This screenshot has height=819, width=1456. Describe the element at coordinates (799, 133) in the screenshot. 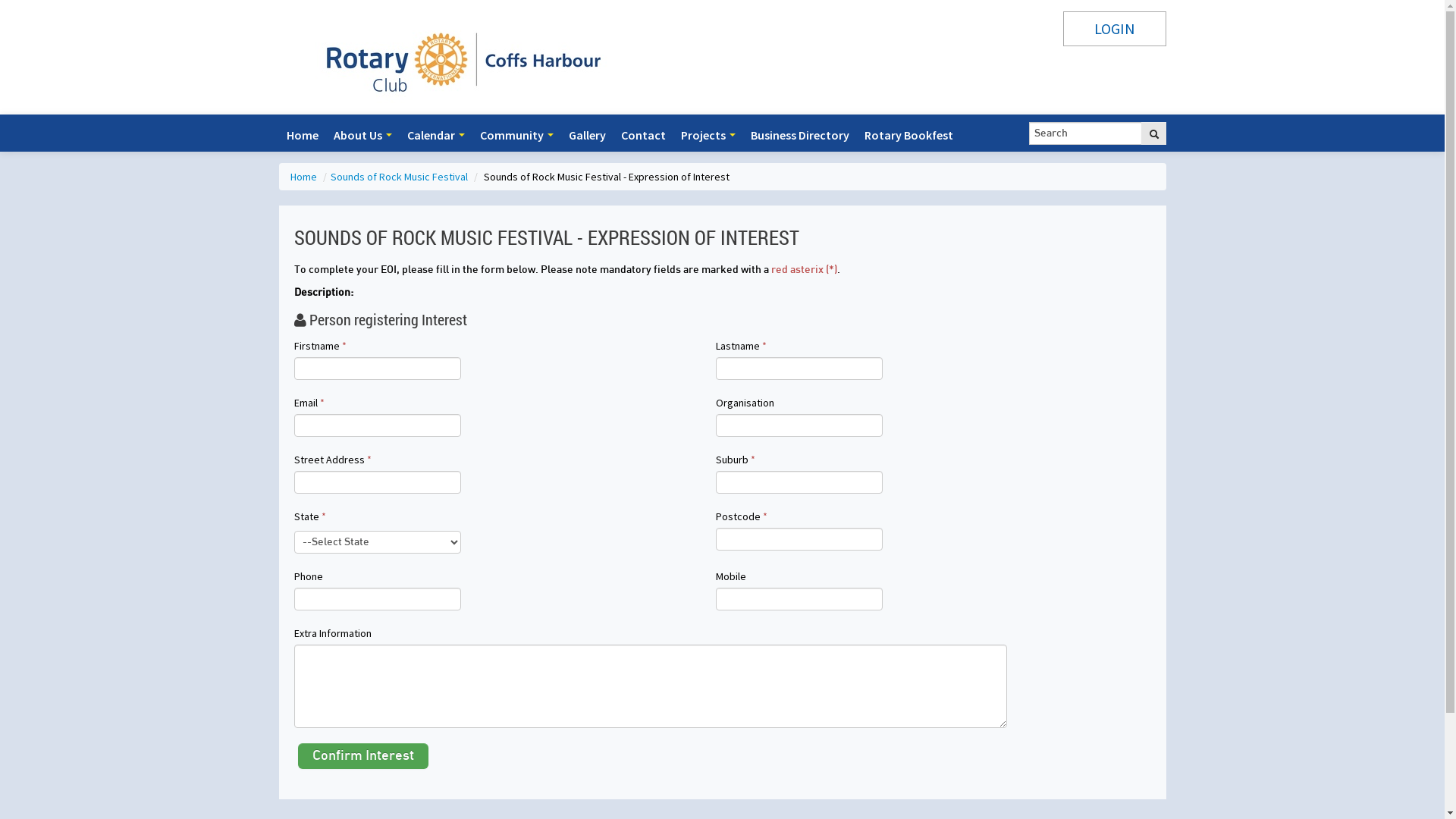

I see `'Business Directory'` at that location.